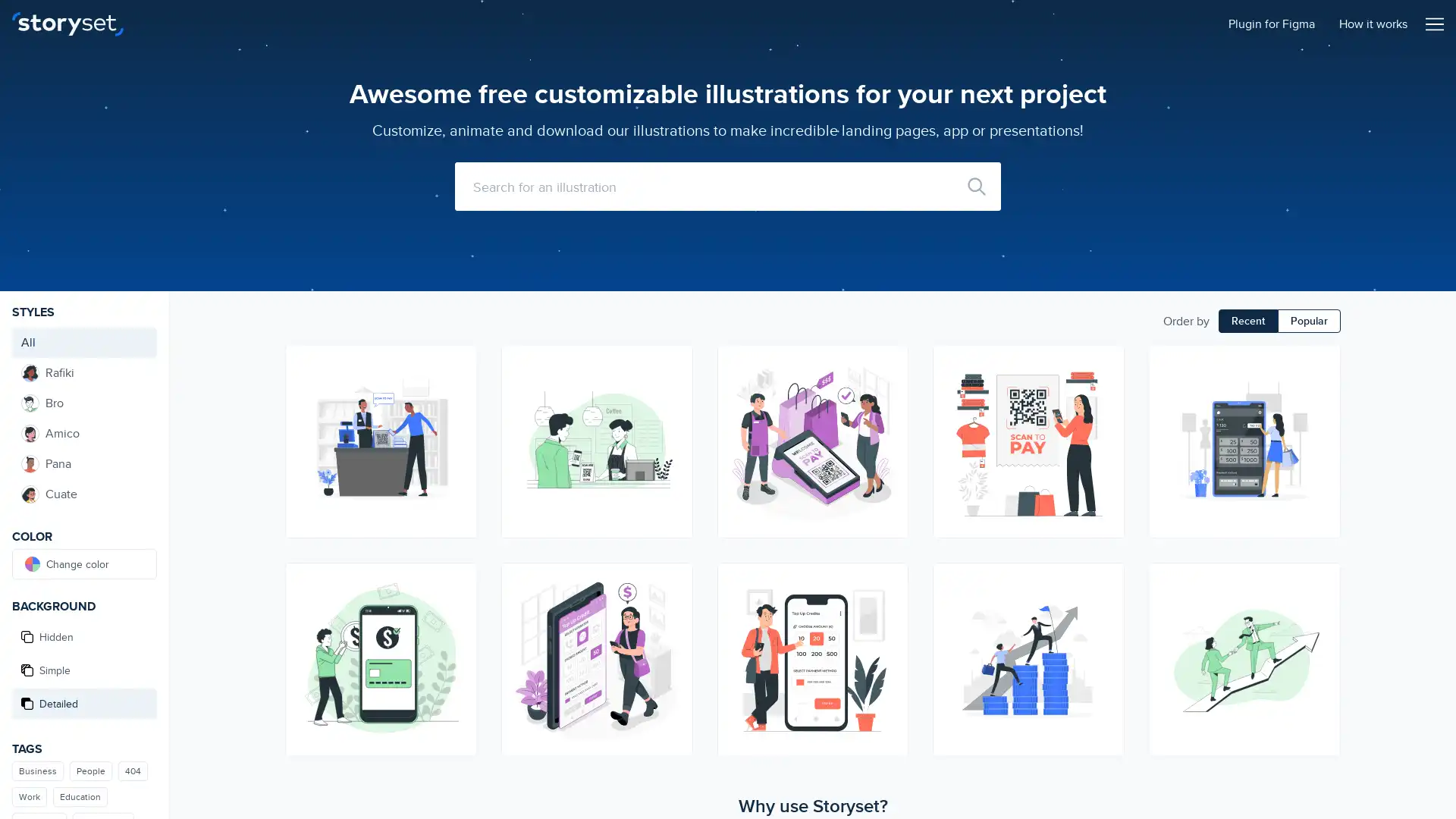 This screenshot has width=1456, height=819. I want to click on wand icon Animate, so click(457, 580).